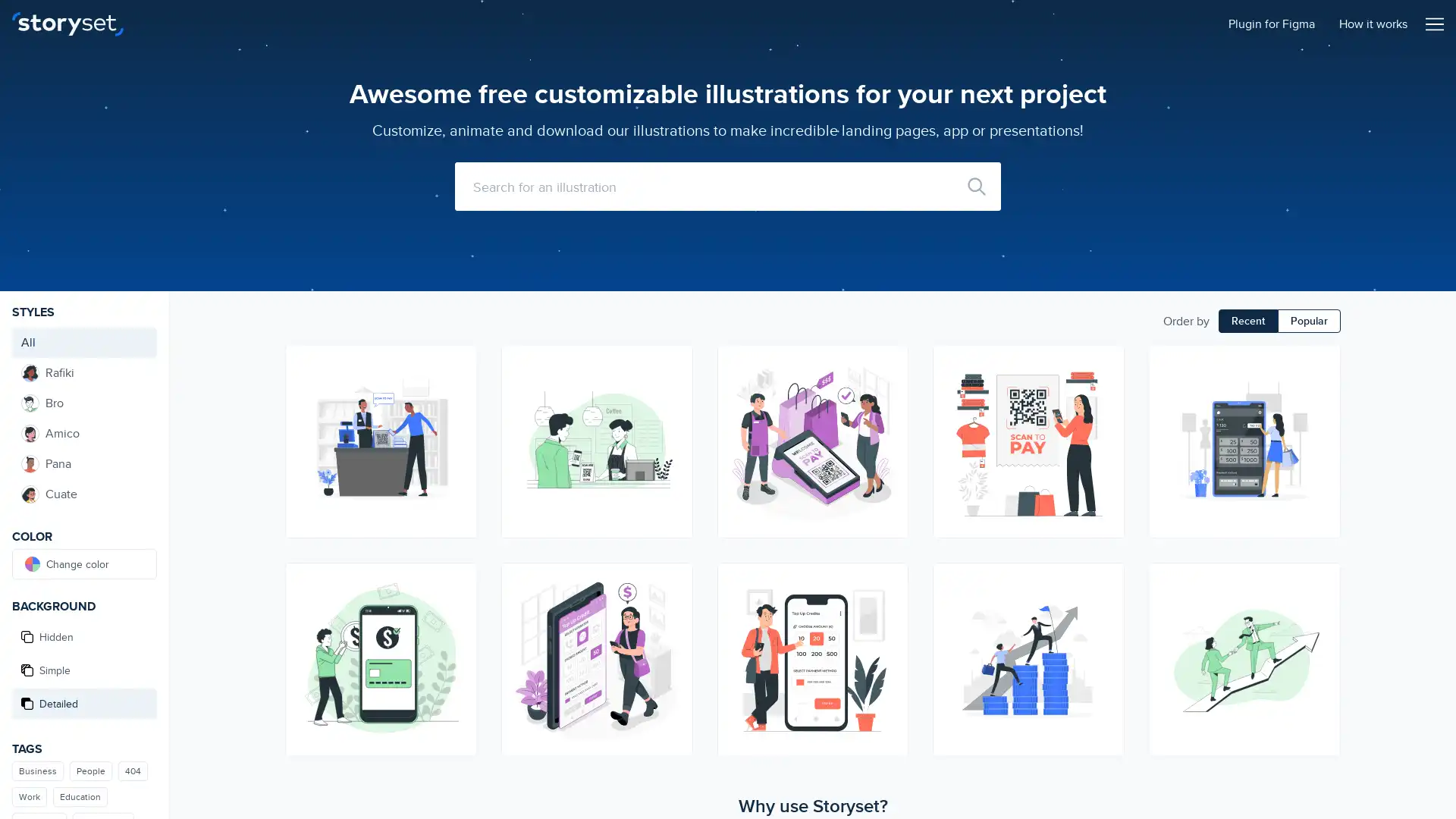 This screenshot has width=1456, height=819. I want to click on wand icon Animate, so click(457, 580).